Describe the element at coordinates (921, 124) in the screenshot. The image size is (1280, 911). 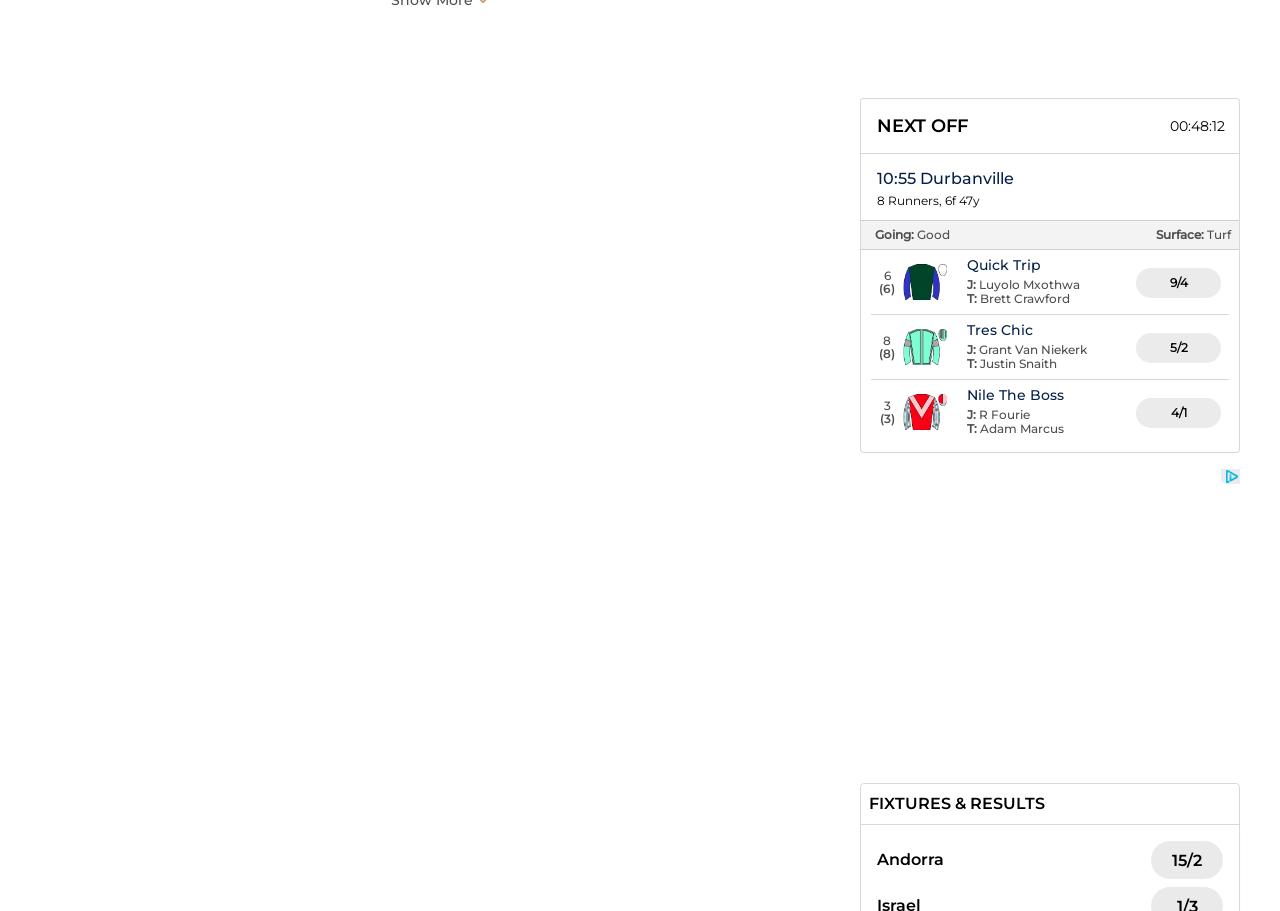
I see `'Next Off'` at that location.